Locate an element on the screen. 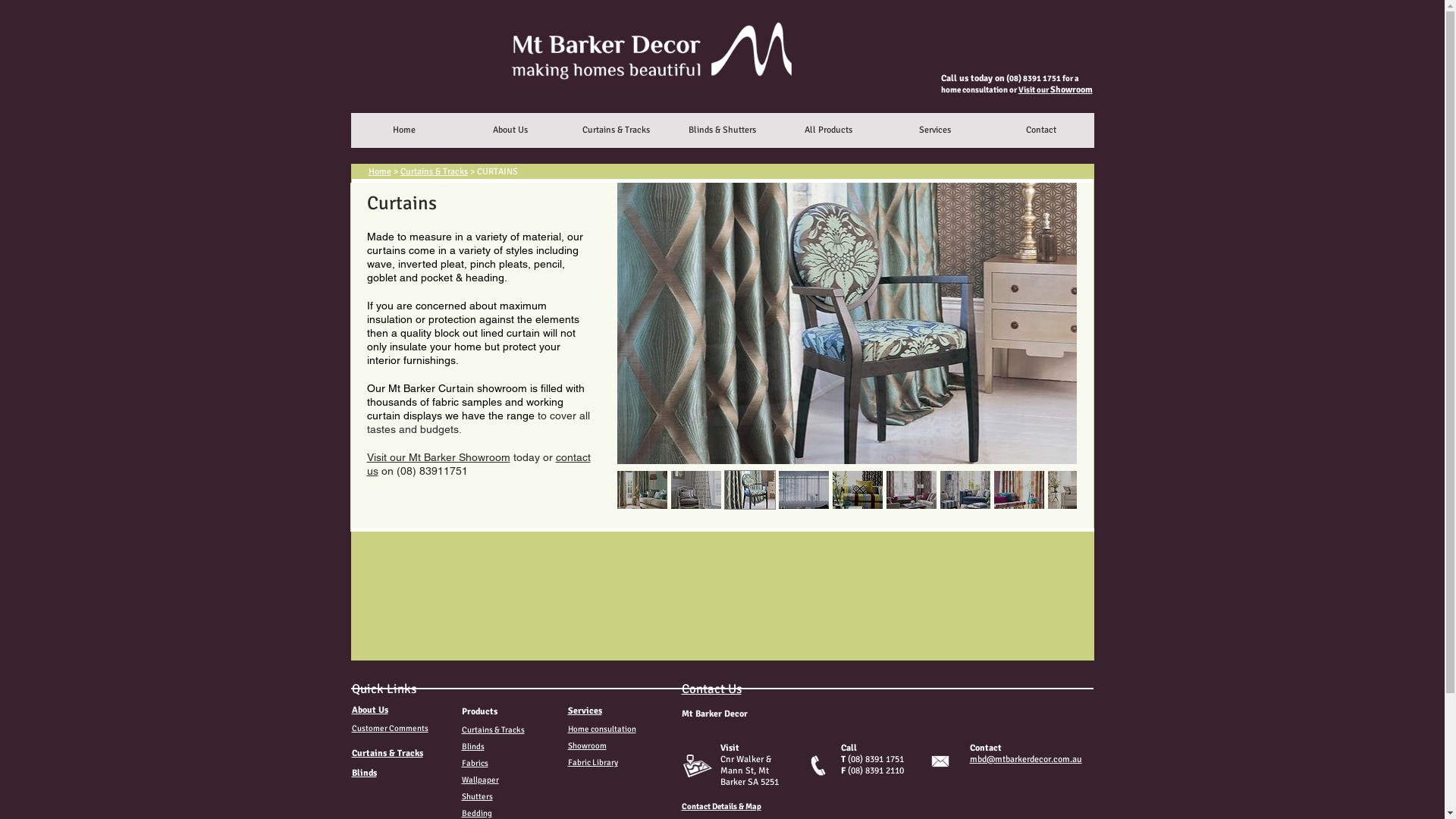 The image size is (1456, 819). 'Fabrics' is located at coordinates (473, 763).